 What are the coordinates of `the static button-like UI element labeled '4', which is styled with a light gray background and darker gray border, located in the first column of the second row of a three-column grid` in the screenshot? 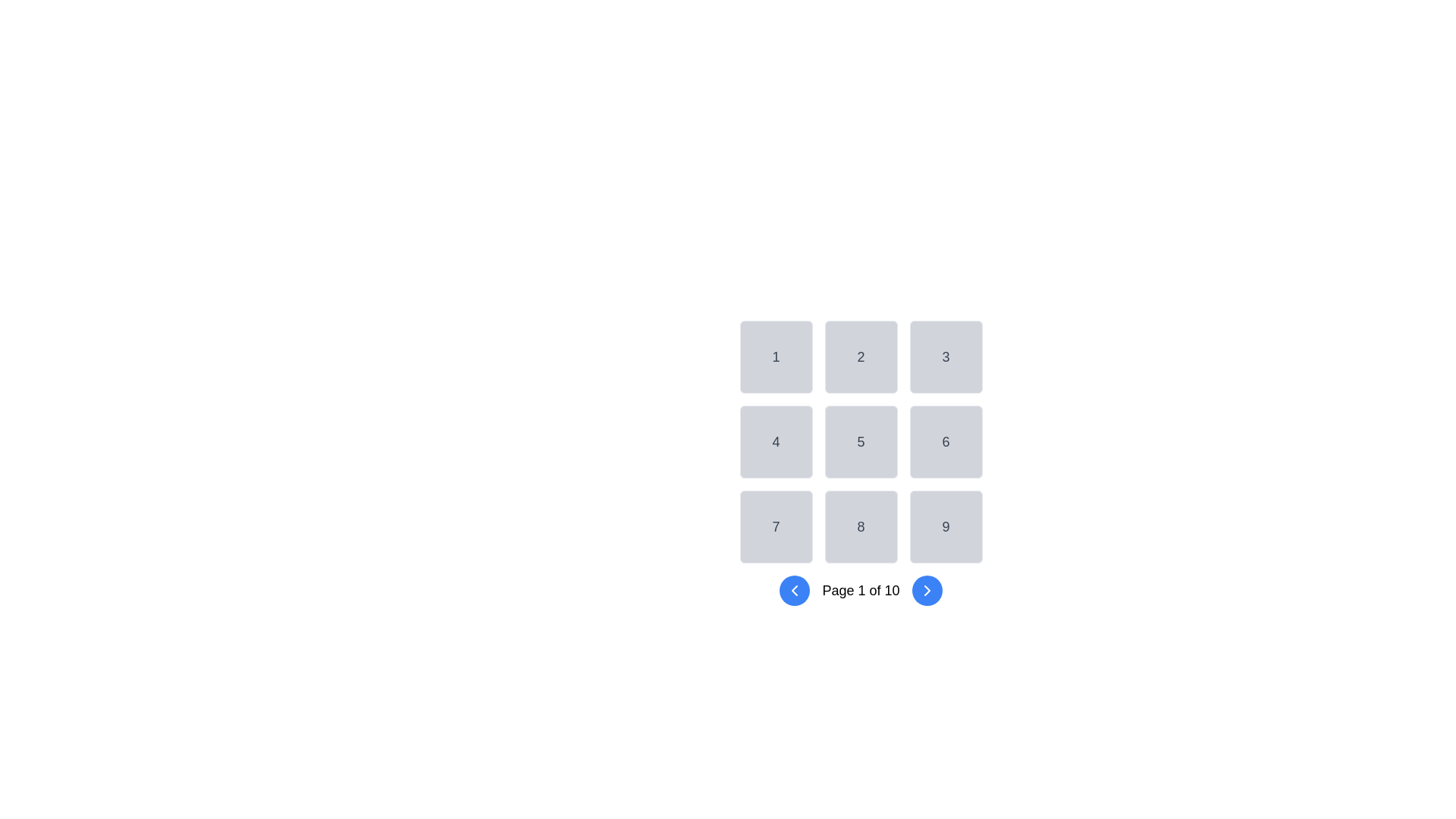 It's located at (776, 441).